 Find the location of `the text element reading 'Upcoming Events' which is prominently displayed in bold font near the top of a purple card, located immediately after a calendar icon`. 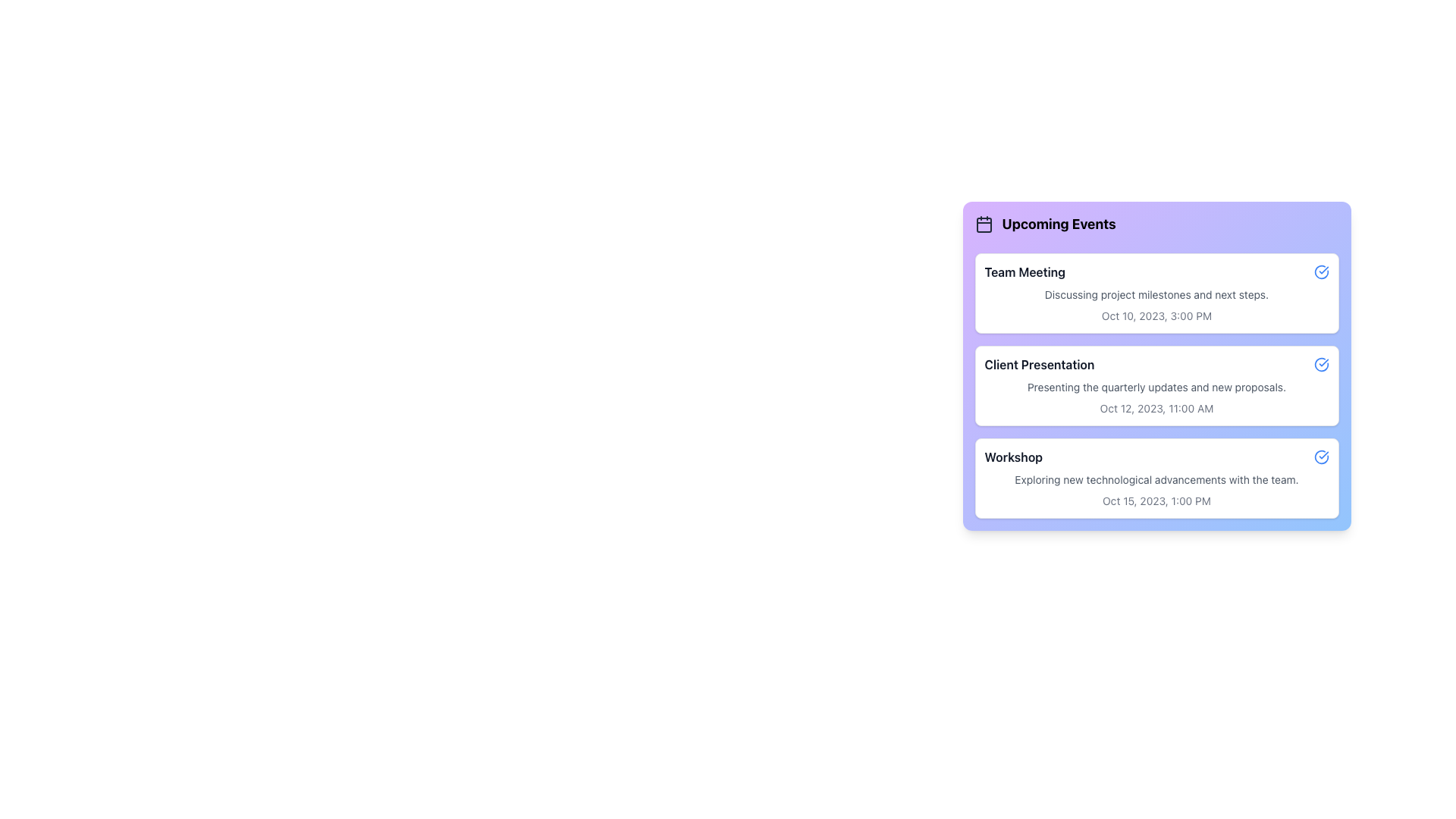

the text element reading 'Upcoming Events' which is prominently displayed in bold font near the top of a purple card, located immediately after a calendar icon is located at coordinates (1058, 224).